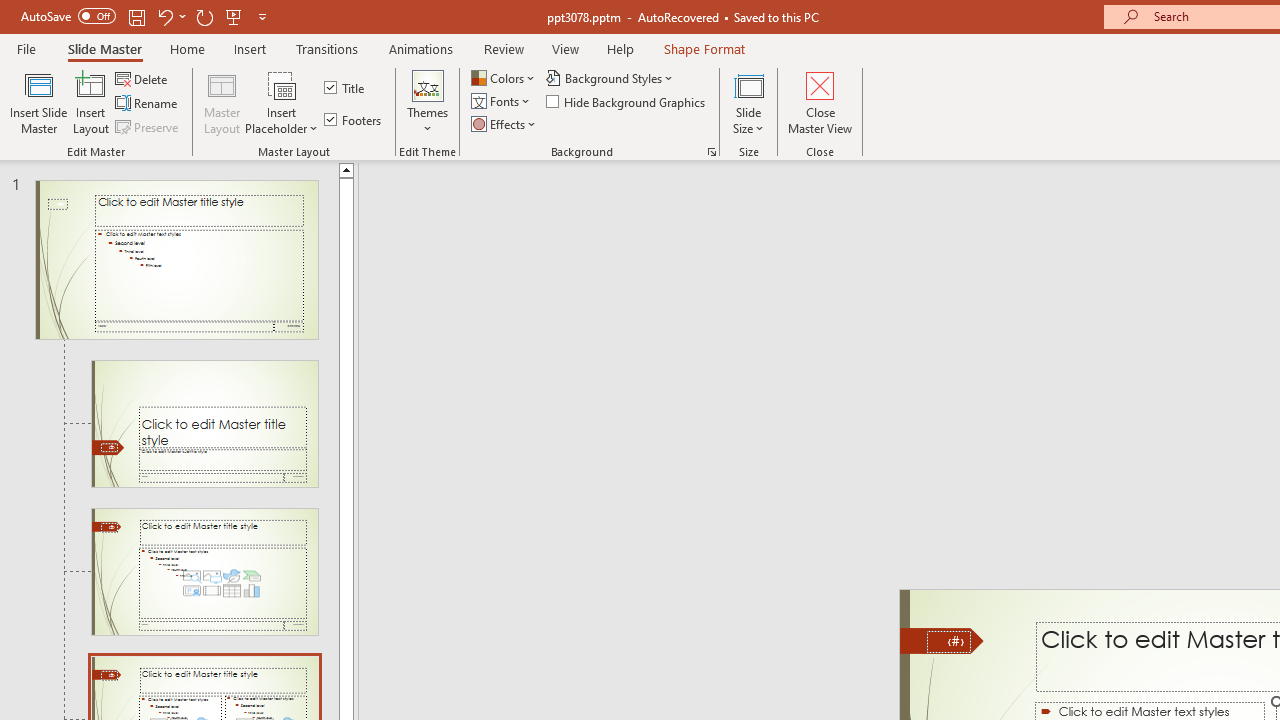  I want to click on 'Insert Layout', so click(90, 103).